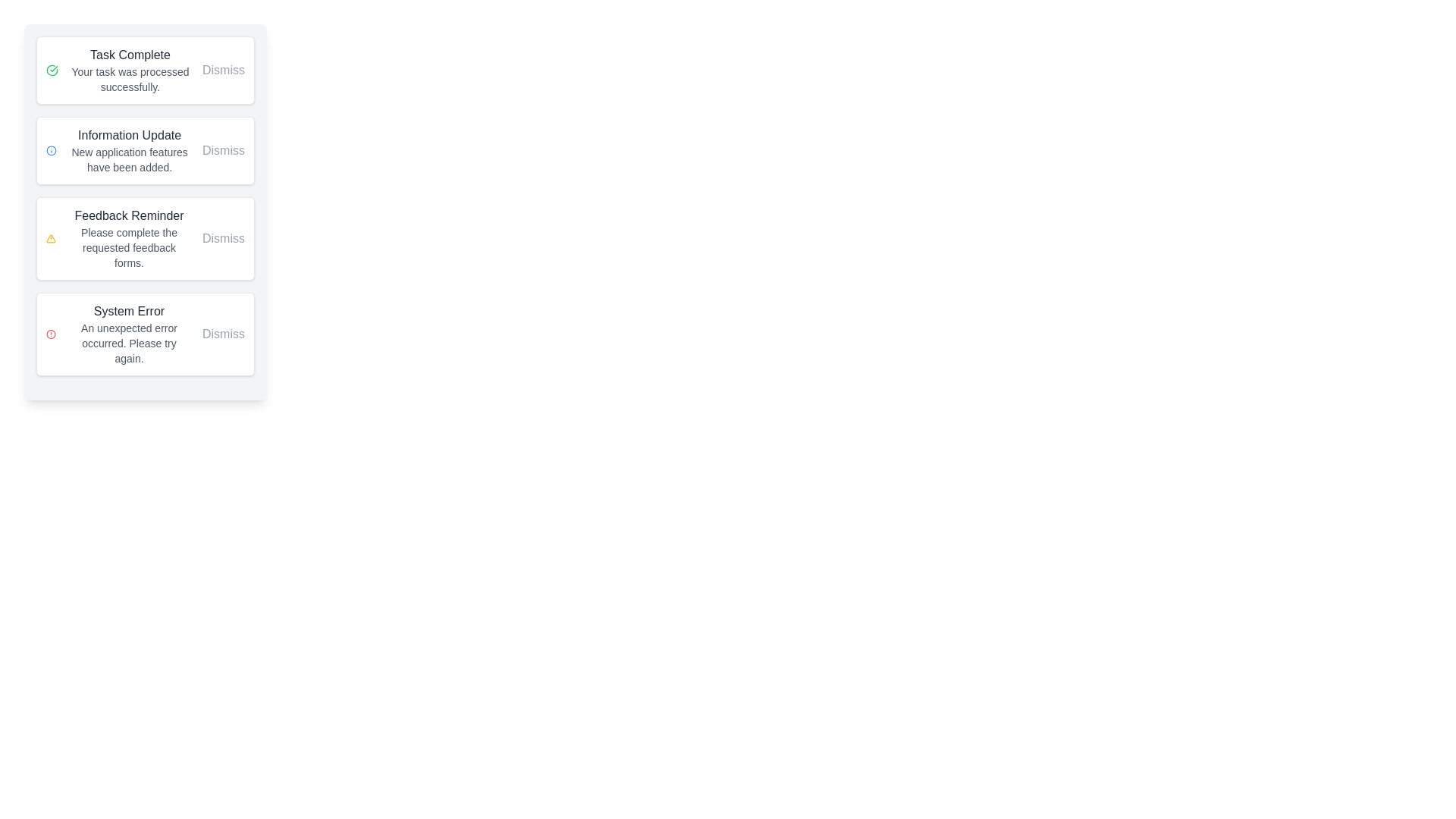 Image resolution: width=1456 pixels, height=819 pixels. I want to click on Text label which serves as the title or heading for a specific notification, located above the message 'New application features have been added.', so click(130, 134).